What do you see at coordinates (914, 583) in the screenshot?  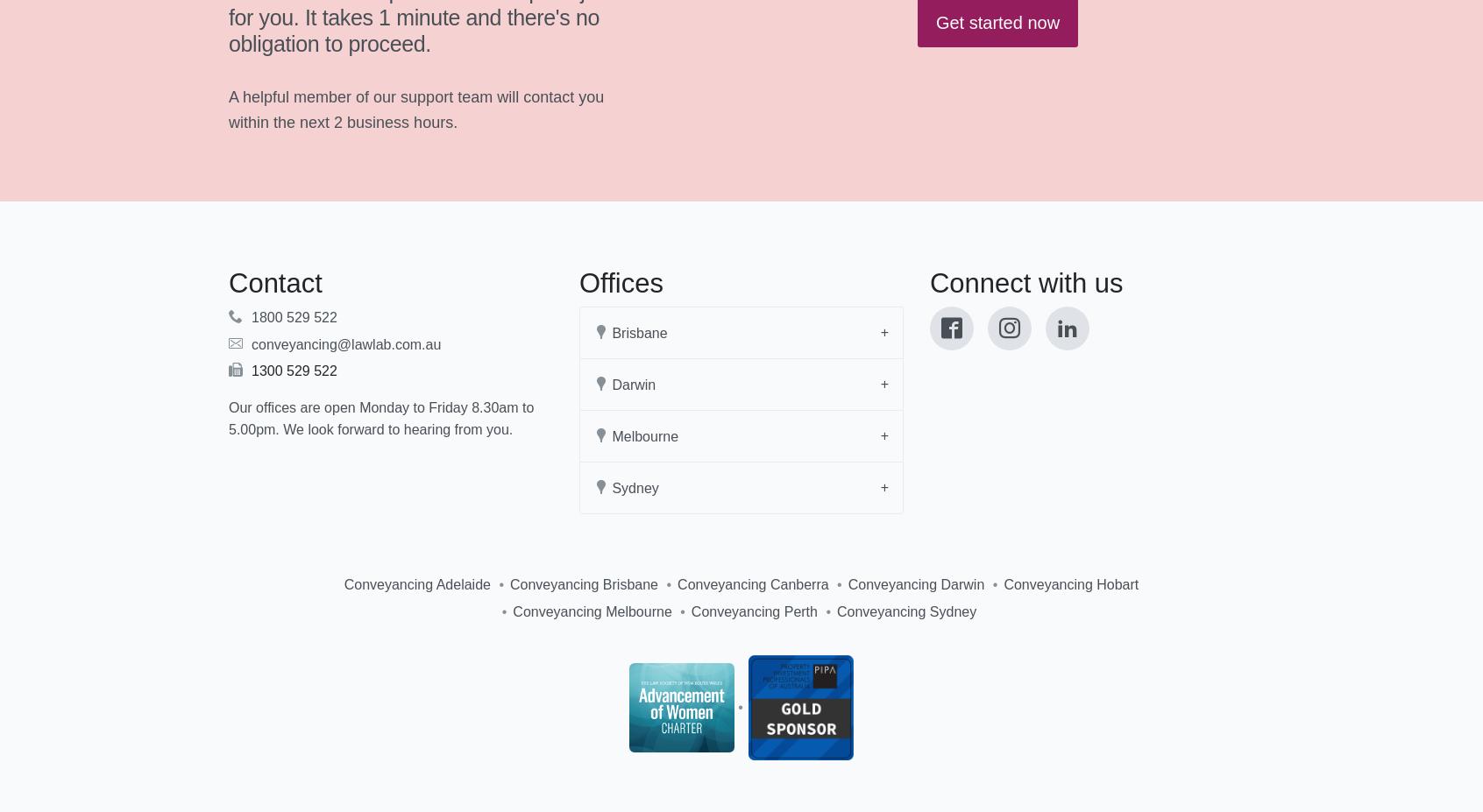 I see `'Conveyancing Darwin'` at bounding box center [914, 583].